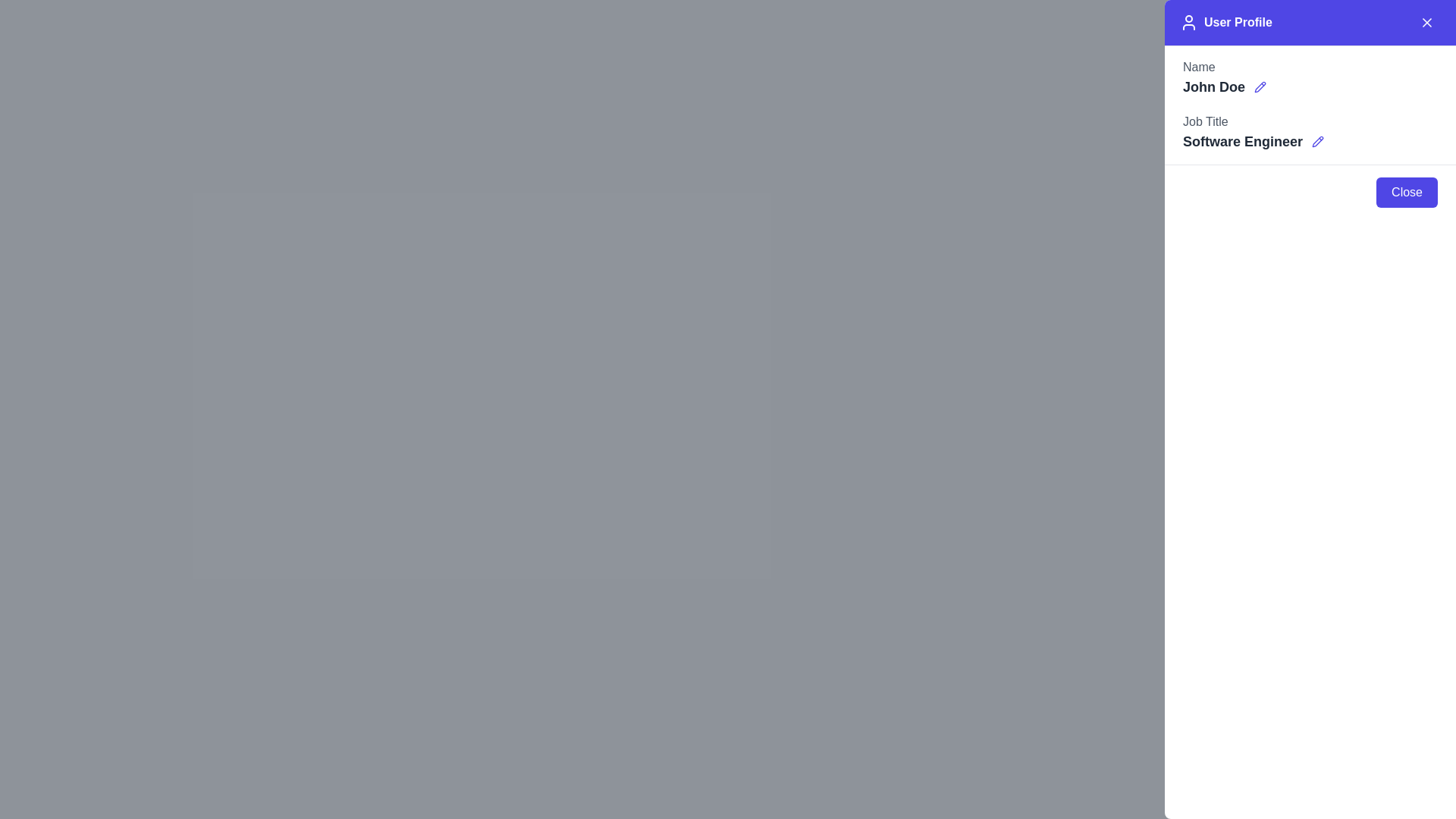 This screenshot has width=1456, height=819. Describe the element at coordinates (1310, 131) in the screenshot. I see `the job title text 'Software Engineer'` at that location.